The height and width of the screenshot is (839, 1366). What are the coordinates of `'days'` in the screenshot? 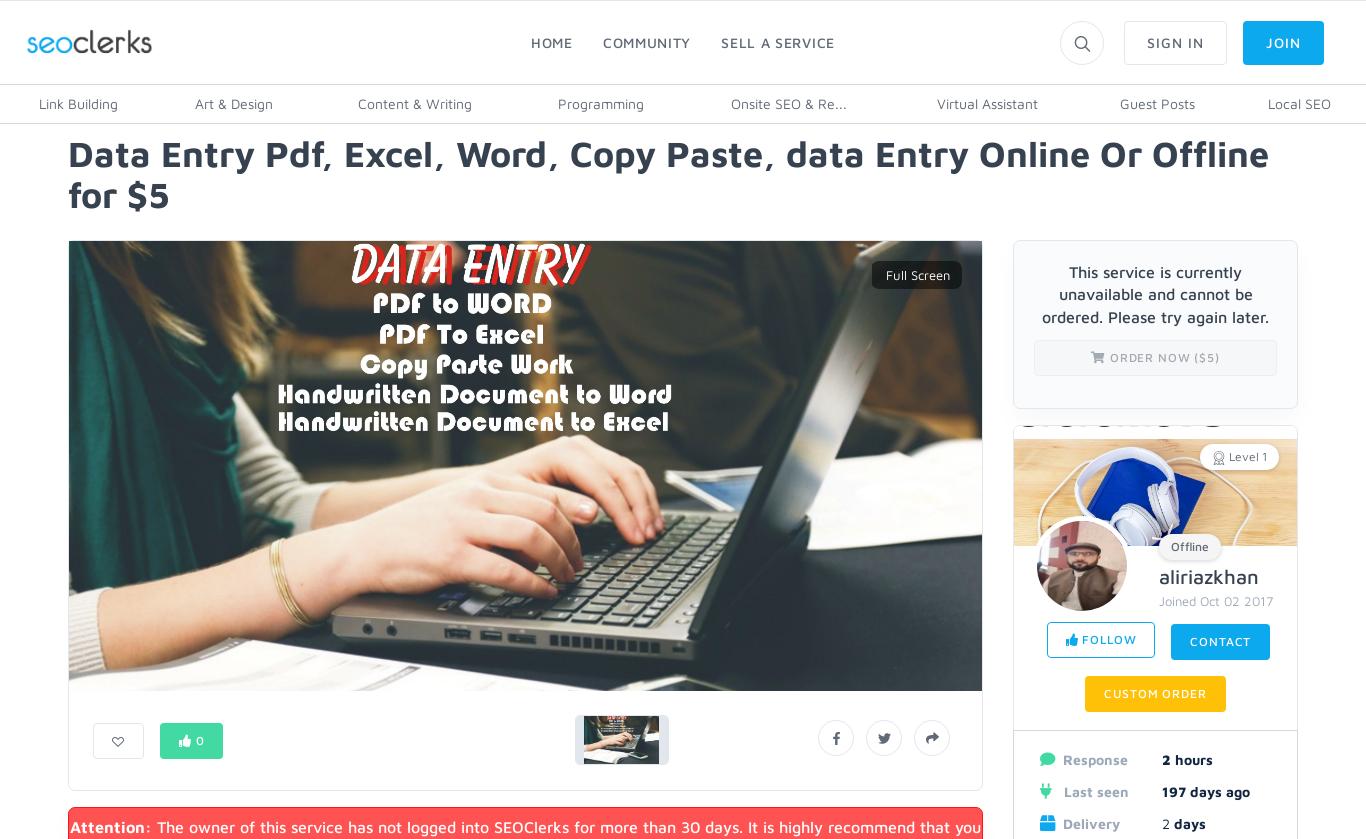 It's located at (1187, 821).